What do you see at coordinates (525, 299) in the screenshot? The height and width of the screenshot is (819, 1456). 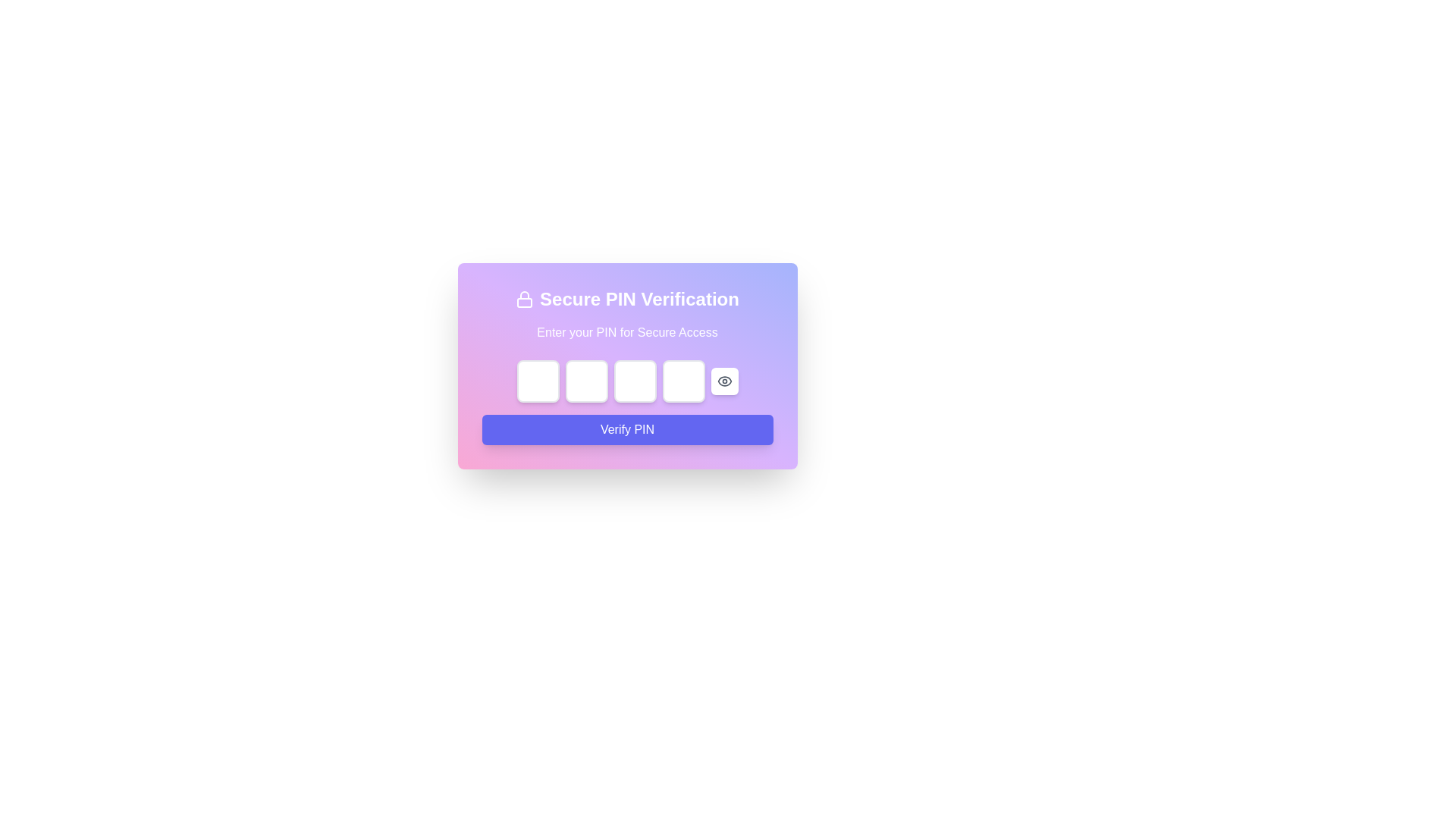 I see `the decorative lock icon located to the left of the 'Secure PIN Verification' title text, which visually represents security` at bounding box center [525, 299].